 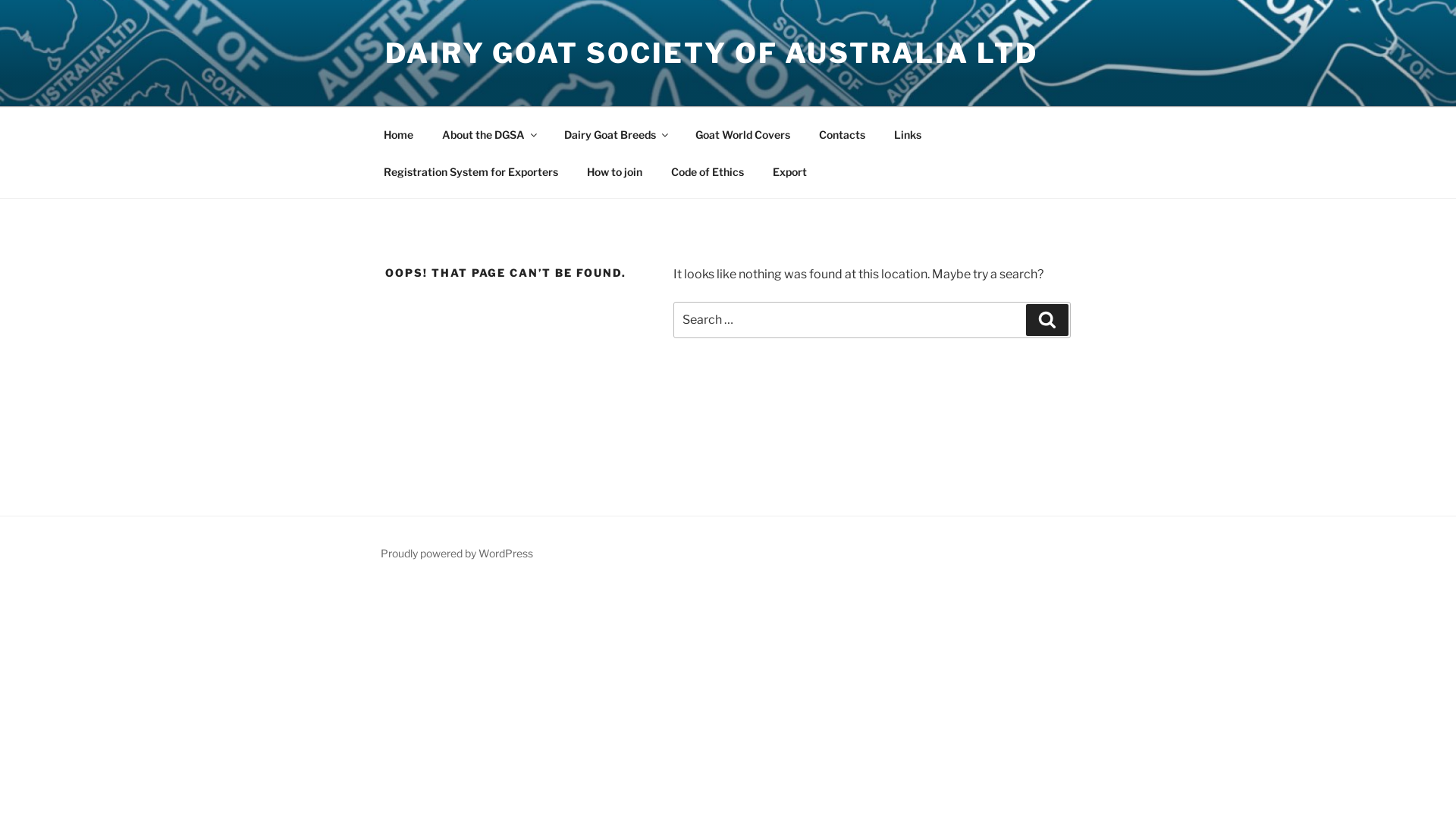 What do you see at coordinates (397, 133) in the screenshot?
I see `'Home'` at bounding box center [397, 133].